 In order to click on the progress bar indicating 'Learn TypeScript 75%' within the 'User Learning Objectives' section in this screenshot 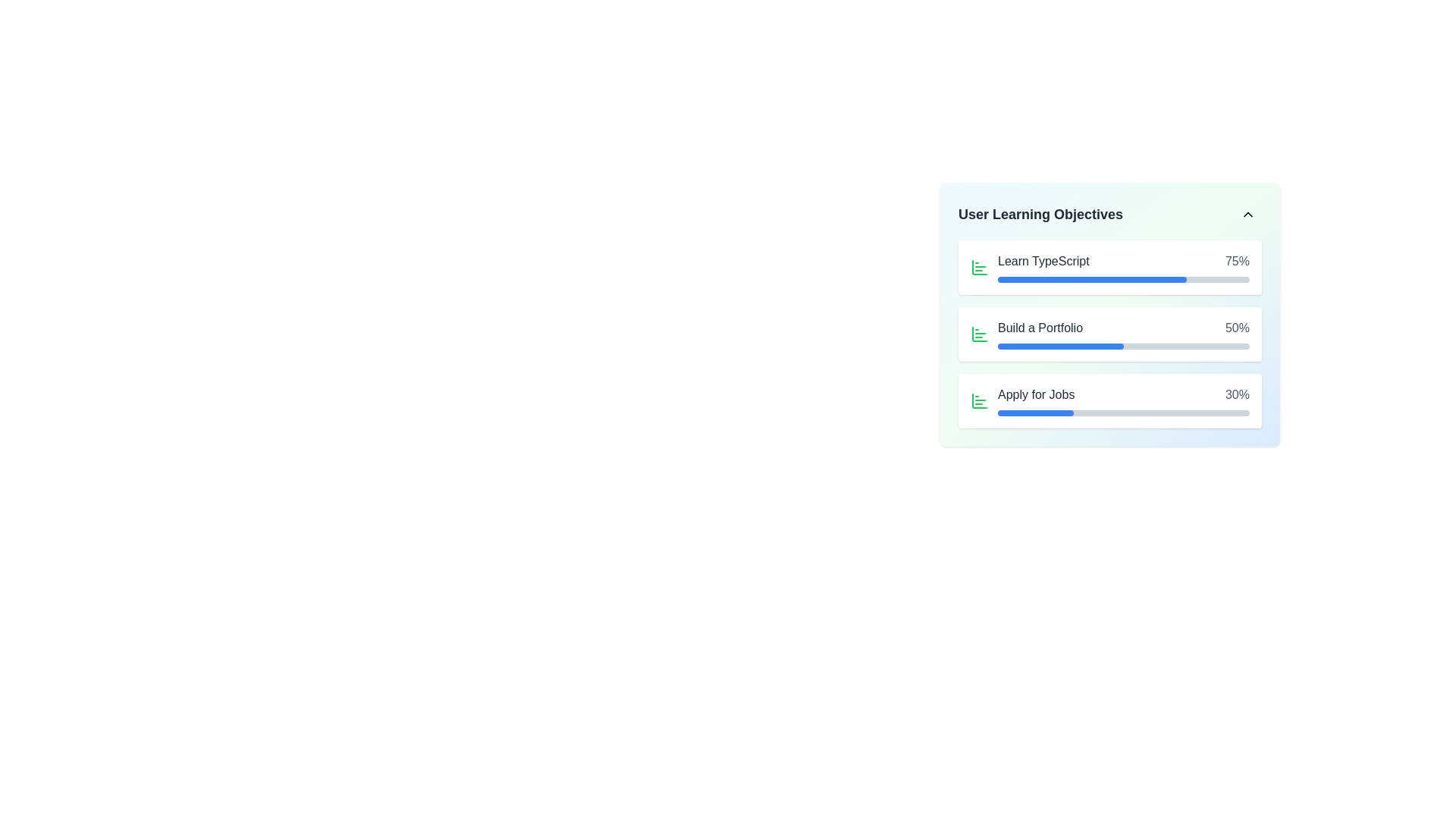, I will do `click(1124, 280)`.